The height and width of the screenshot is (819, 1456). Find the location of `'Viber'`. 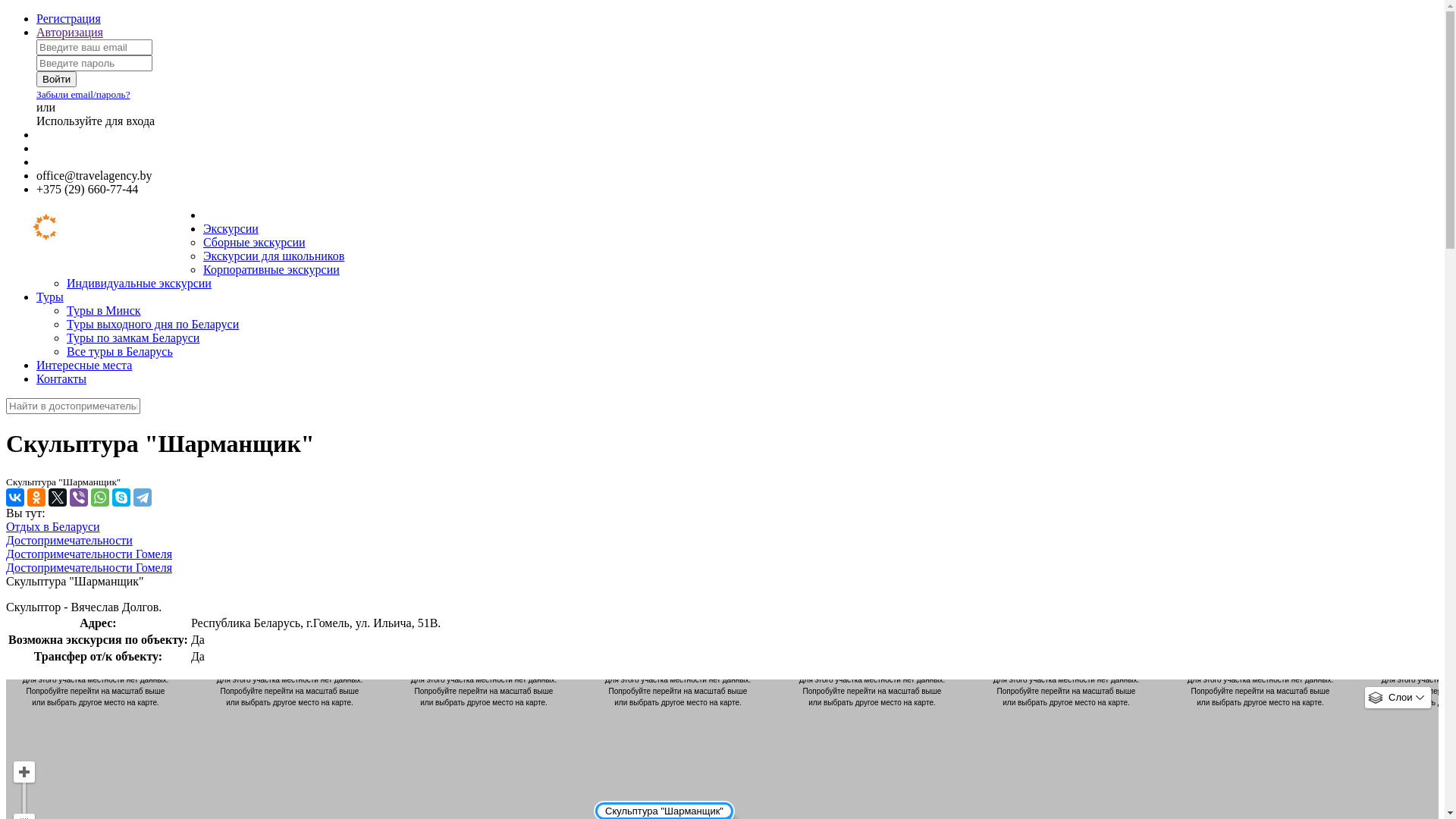

'Viber' is located at coordinates (78, 497).